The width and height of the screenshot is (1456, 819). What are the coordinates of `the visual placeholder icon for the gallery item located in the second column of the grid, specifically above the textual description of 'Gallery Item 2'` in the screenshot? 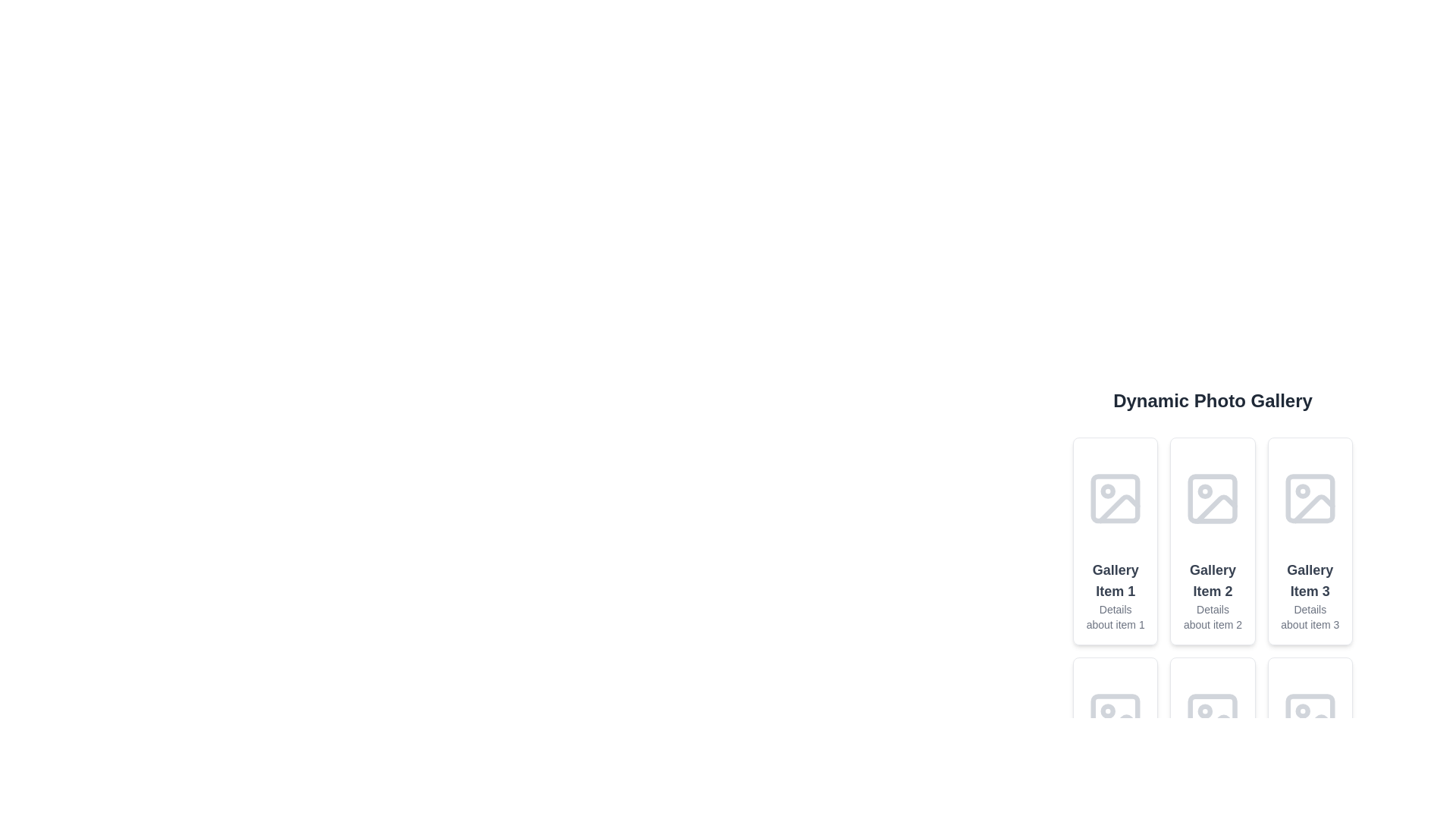 It's located at (1211, 499).